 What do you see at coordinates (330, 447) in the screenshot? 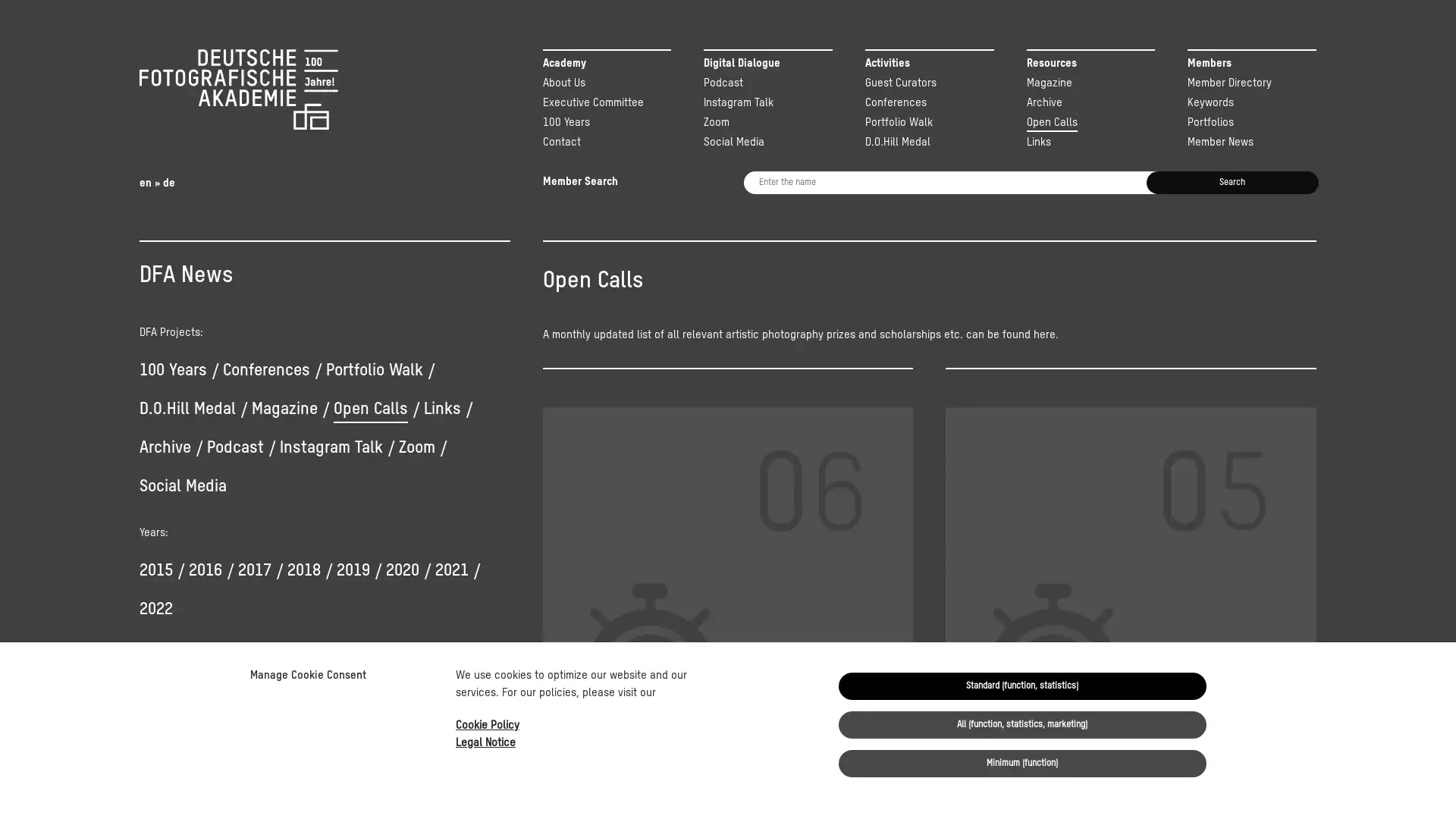
I see `Instagram Talk` at bounding box center [330, 447].